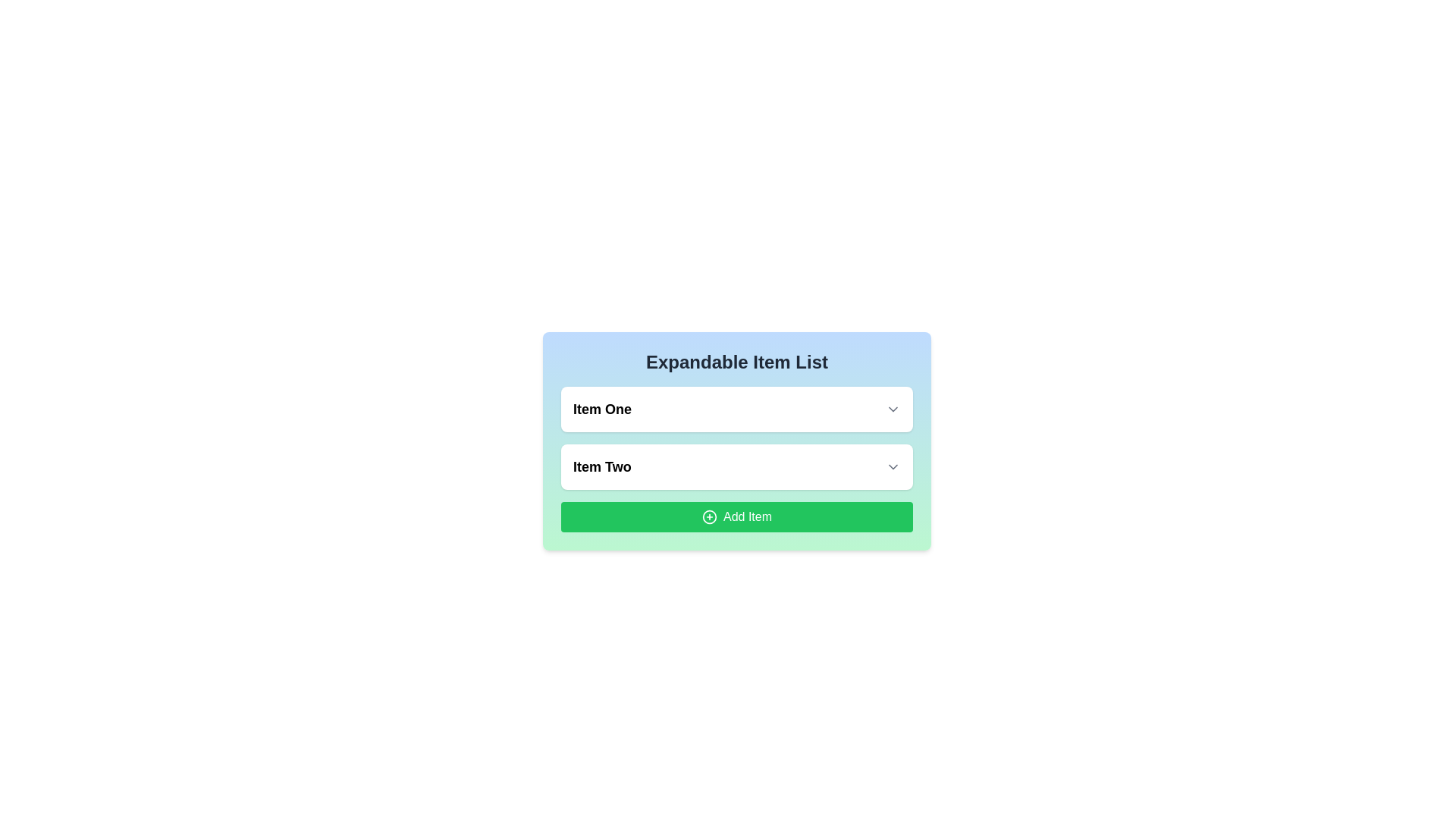 Image resolution: width=1456 pixels, height=819 pixels. Describe the element at coordinates (709, 516) in the screenshot. I see `the circular icon with a thin border and a central plus sign located in the middle of the green 'Add Item' button` at that location.